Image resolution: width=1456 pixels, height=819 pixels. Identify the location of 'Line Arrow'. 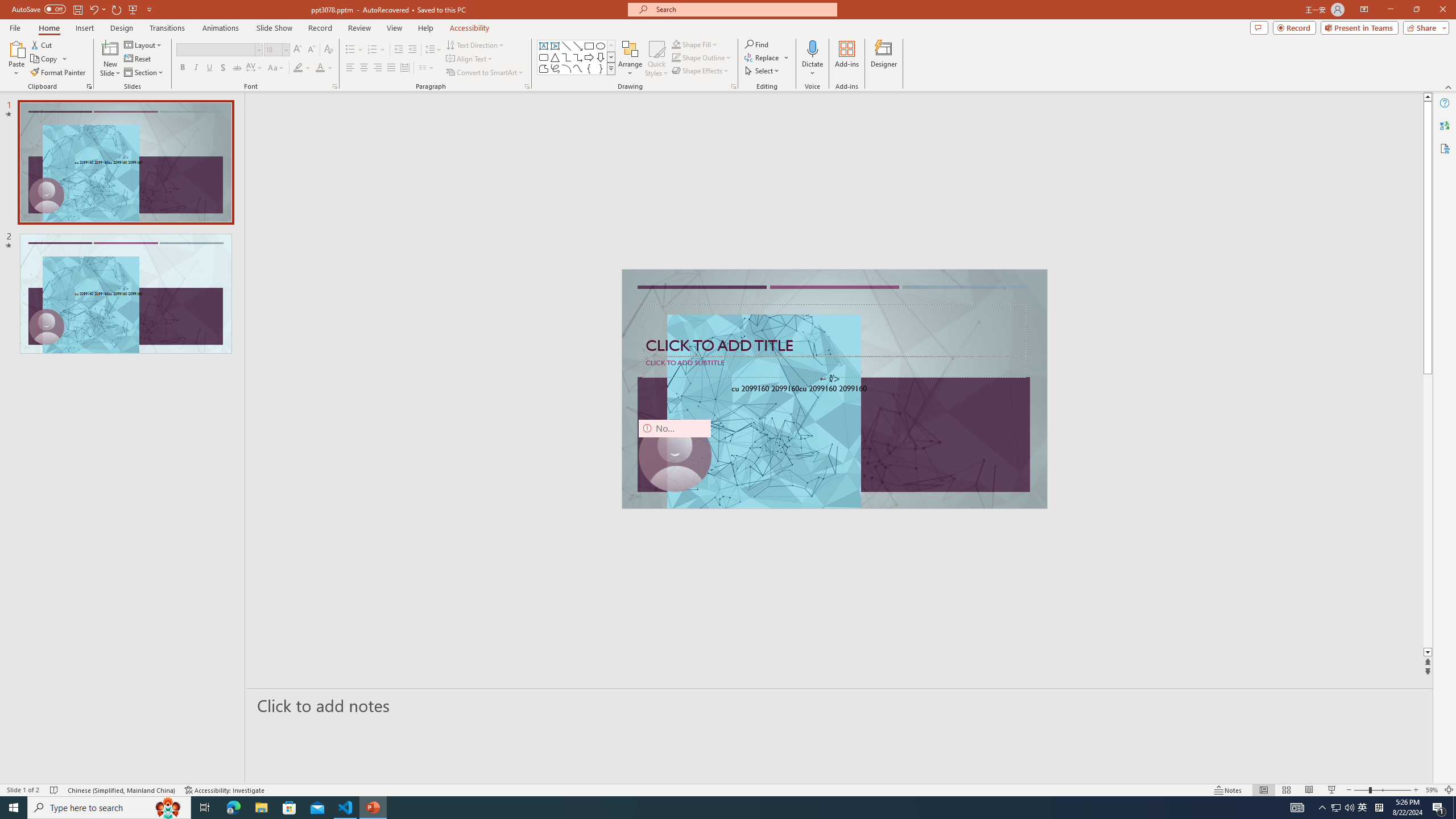
(577, 45).